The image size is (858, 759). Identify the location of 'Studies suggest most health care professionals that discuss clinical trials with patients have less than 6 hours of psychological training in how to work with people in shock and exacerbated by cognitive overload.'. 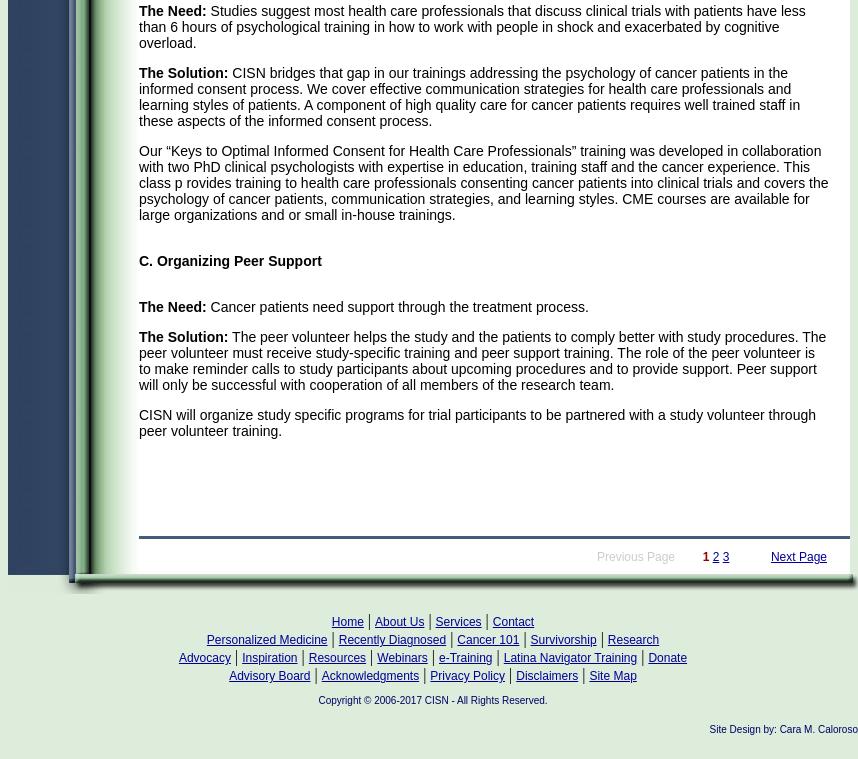
(137, 25).